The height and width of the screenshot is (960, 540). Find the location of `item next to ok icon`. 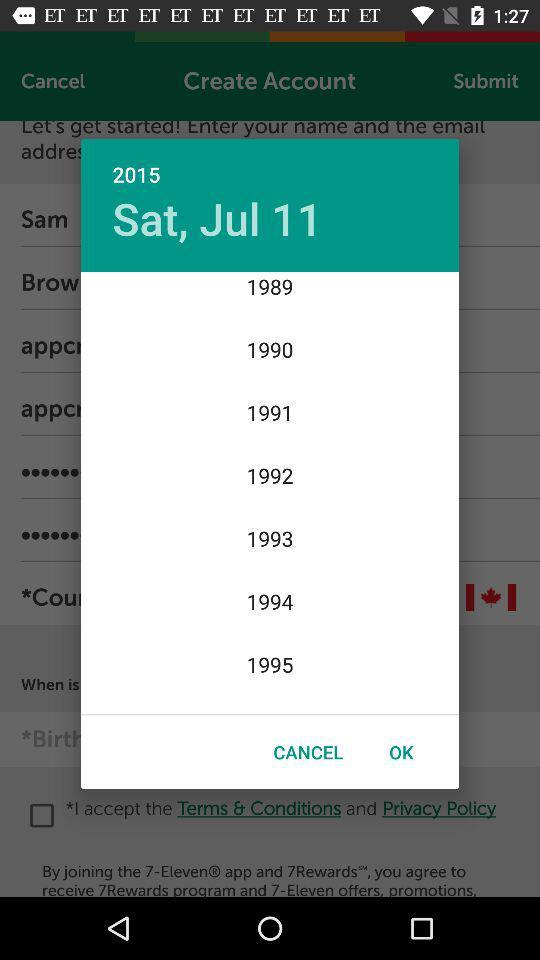

item next to ok icon is located at coordinates (308, 751).